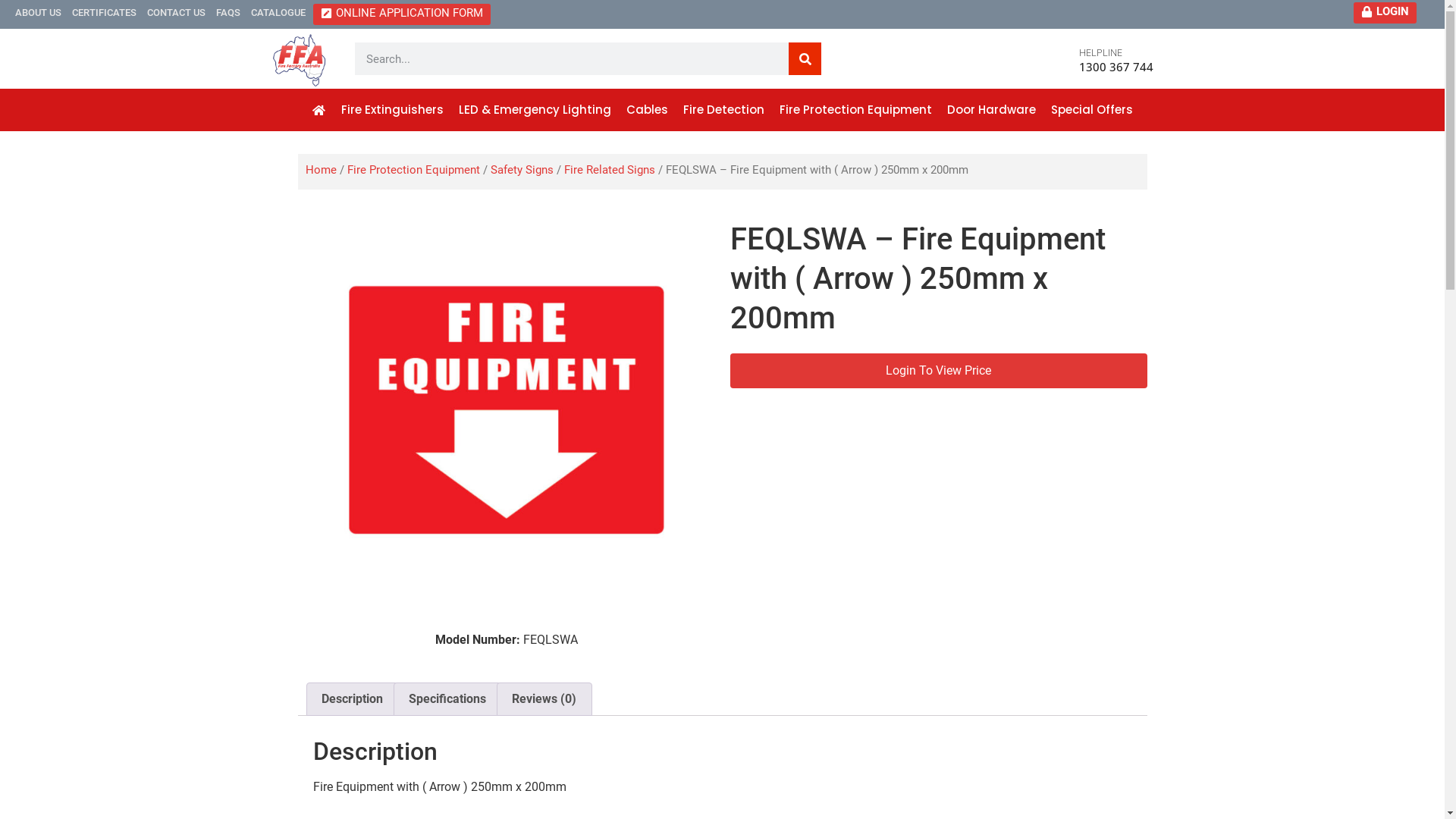 The height and width of the screenshot is (819, 1456). Describe the element at coordinates (991, 109) in the screenshot. I see `'Door Hardware'` at that location.